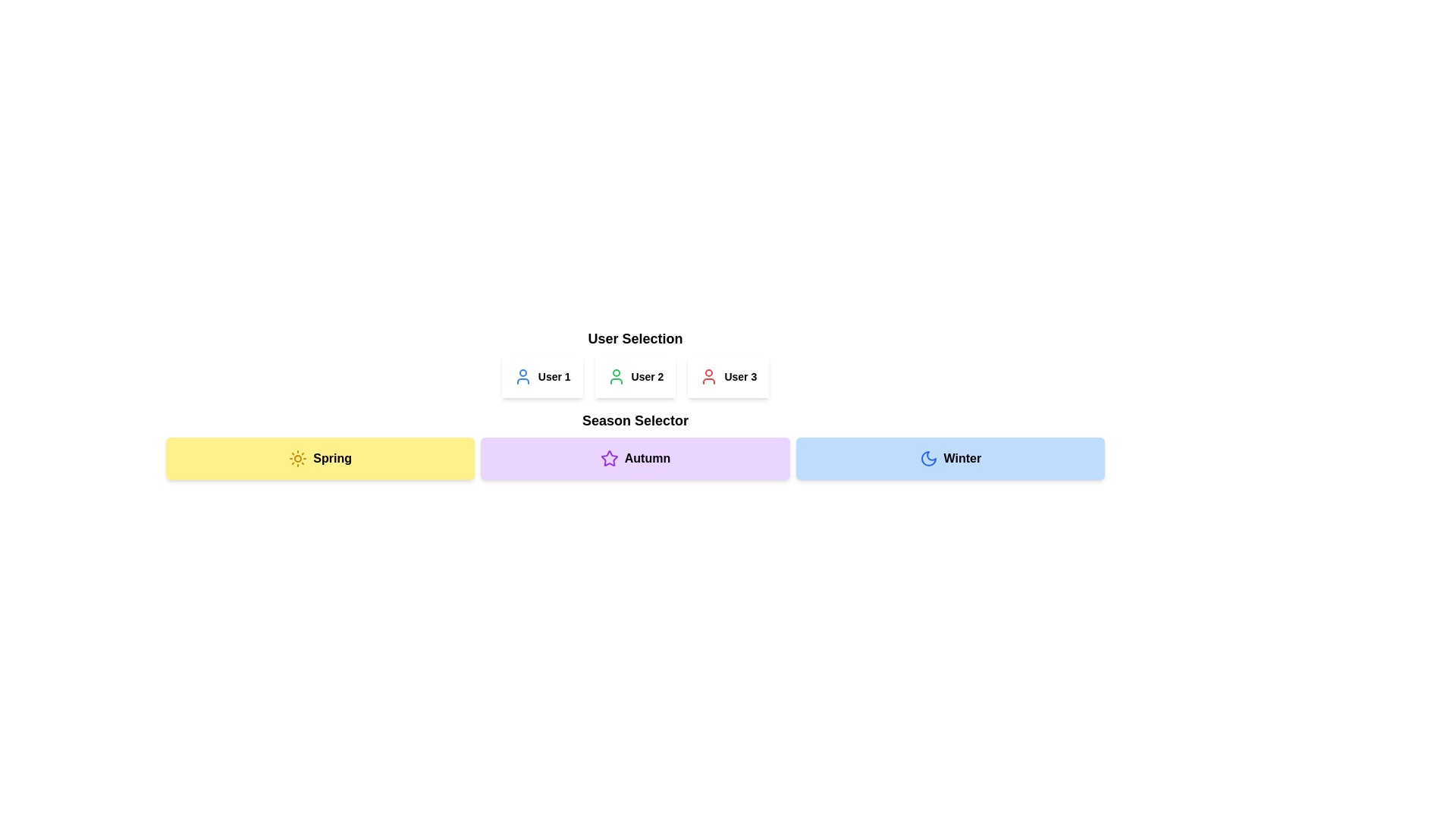  What do you see at coordinates (609, 458) in the screenshot?
I see `the decorative icon representing the 'Autumn' section within the Season Selector components, positioned at the leftmost part of this section` at bounding box center [609, 458].